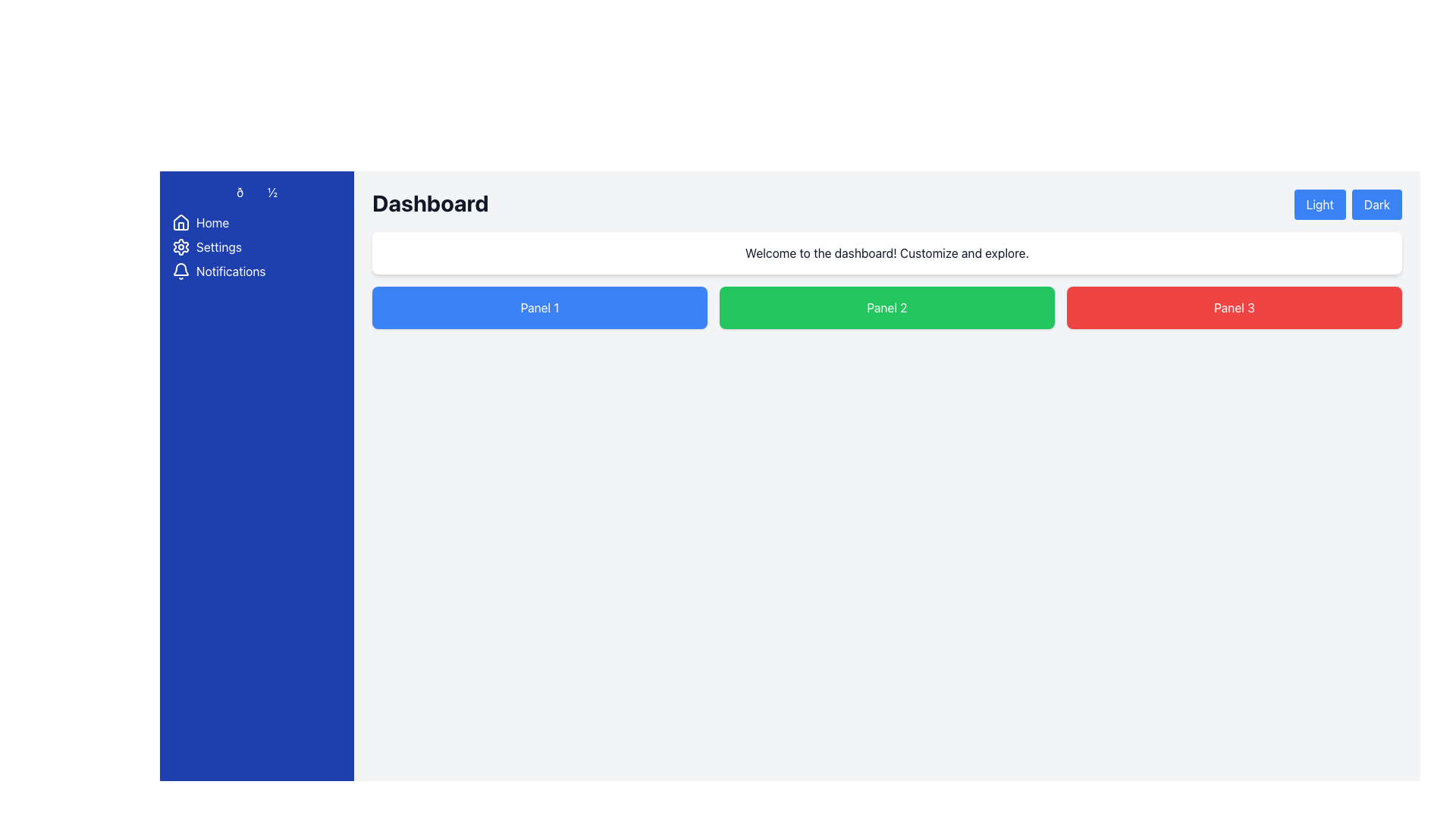  What do you see at coordinates (218, 246) in the screenshot?
I see `the 'Settings' text label in the vertical menu` at bounding box center [218, 246].